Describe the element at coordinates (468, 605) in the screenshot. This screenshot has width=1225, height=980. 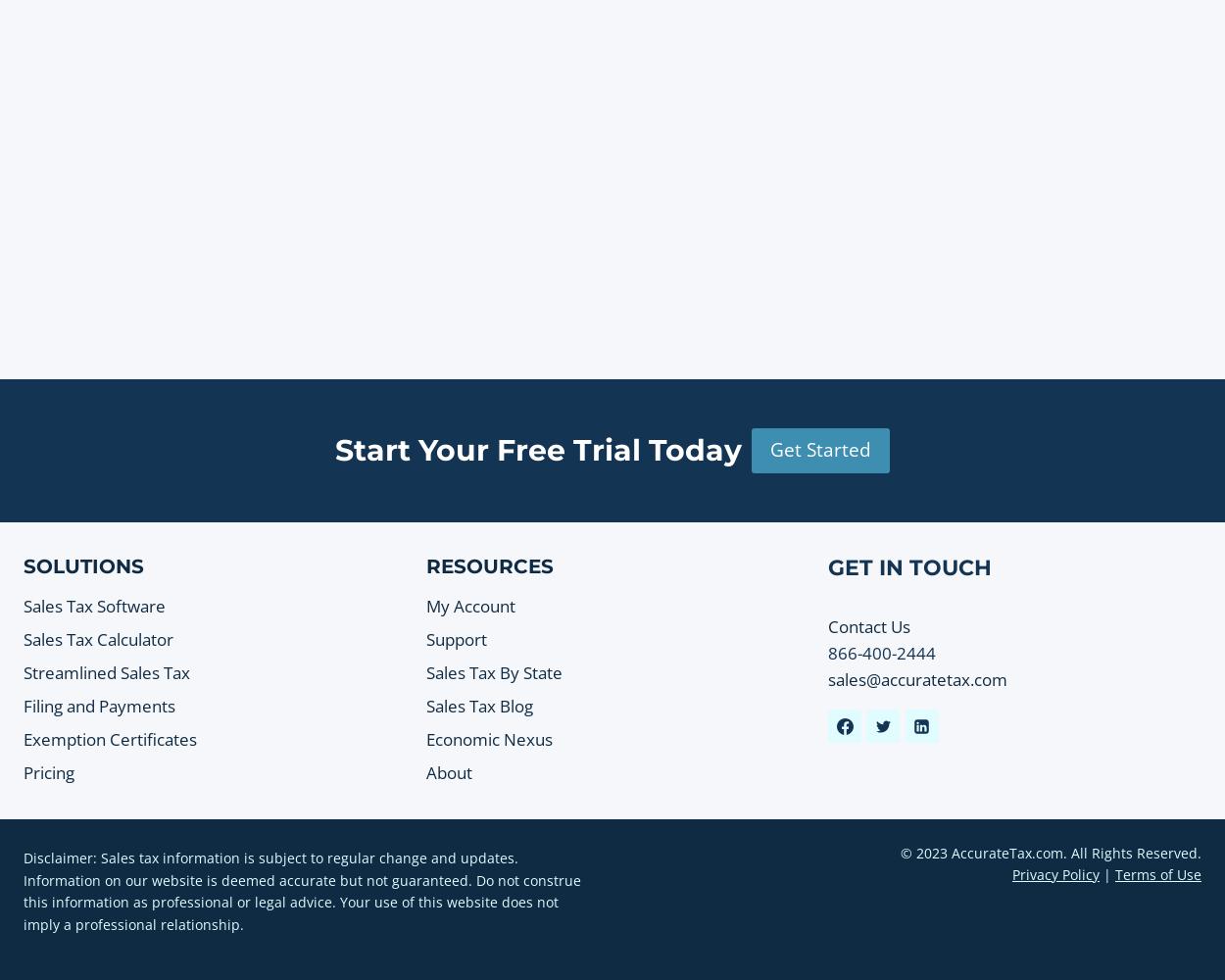
I see `'My Account'` at that location.